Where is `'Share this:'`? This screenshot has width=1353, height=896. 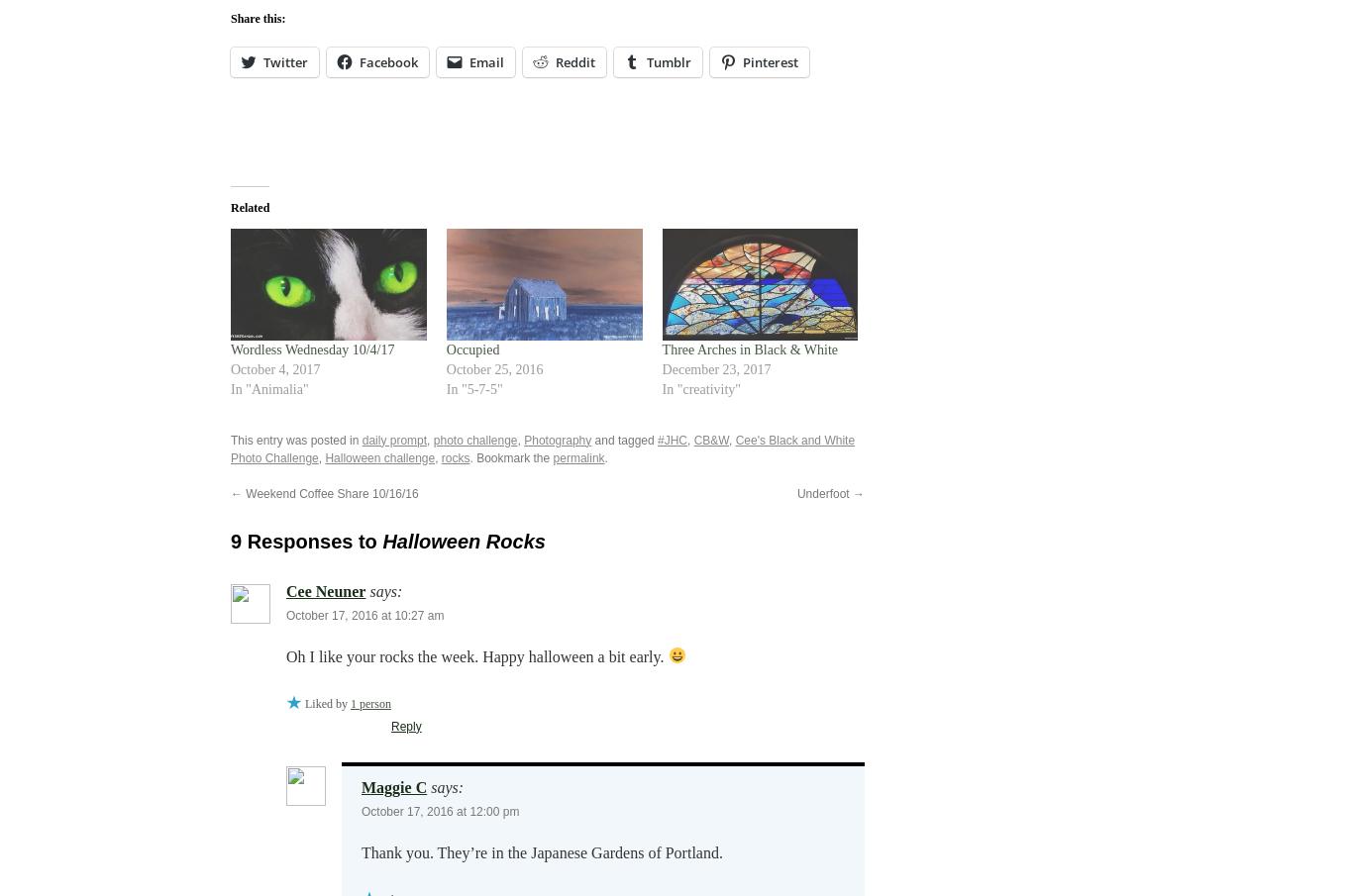 'Share this:' is located at coordinates (231, 17).